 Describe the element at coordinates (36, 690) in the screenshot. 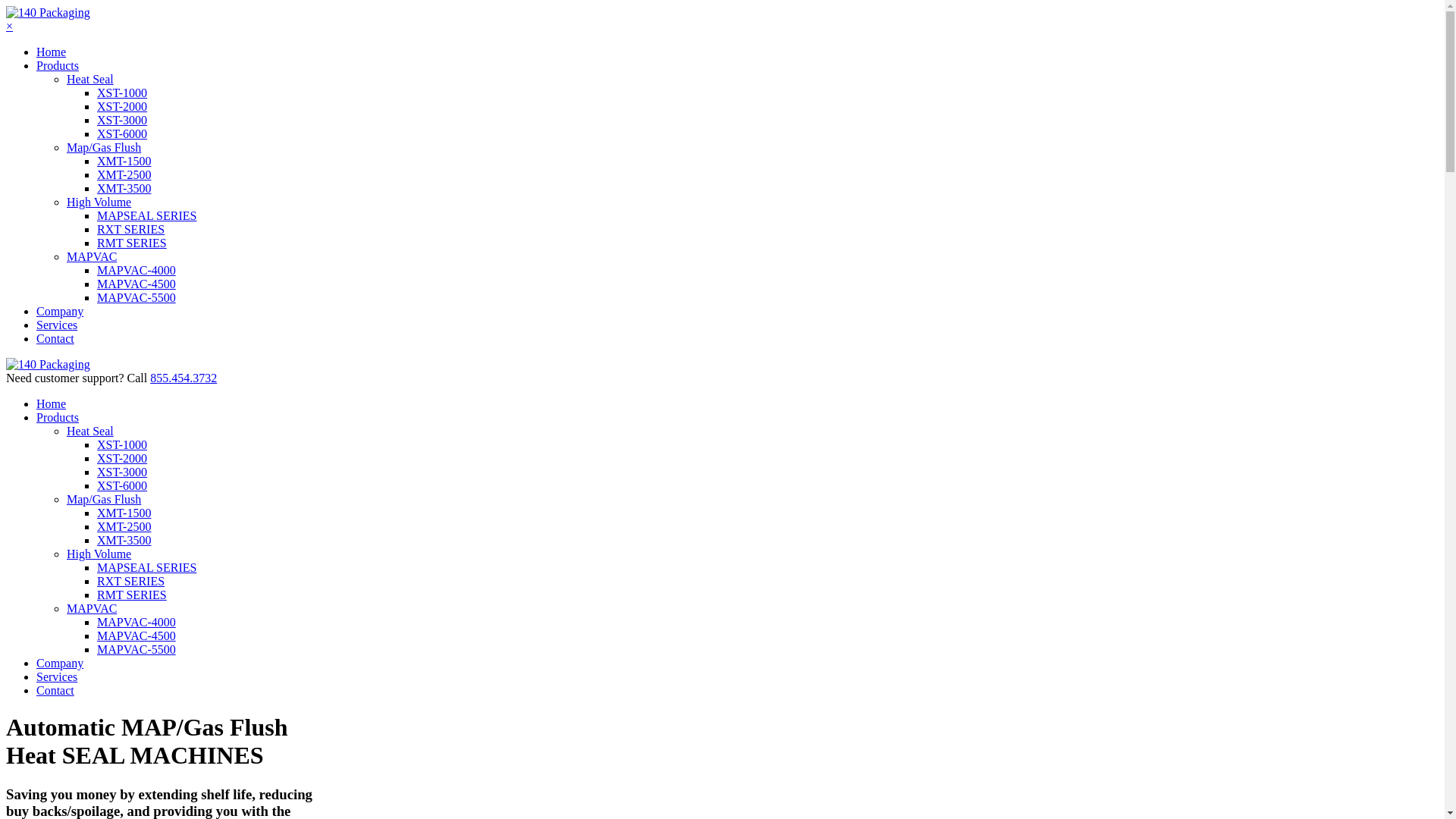

I see `'Contact'` at that location.